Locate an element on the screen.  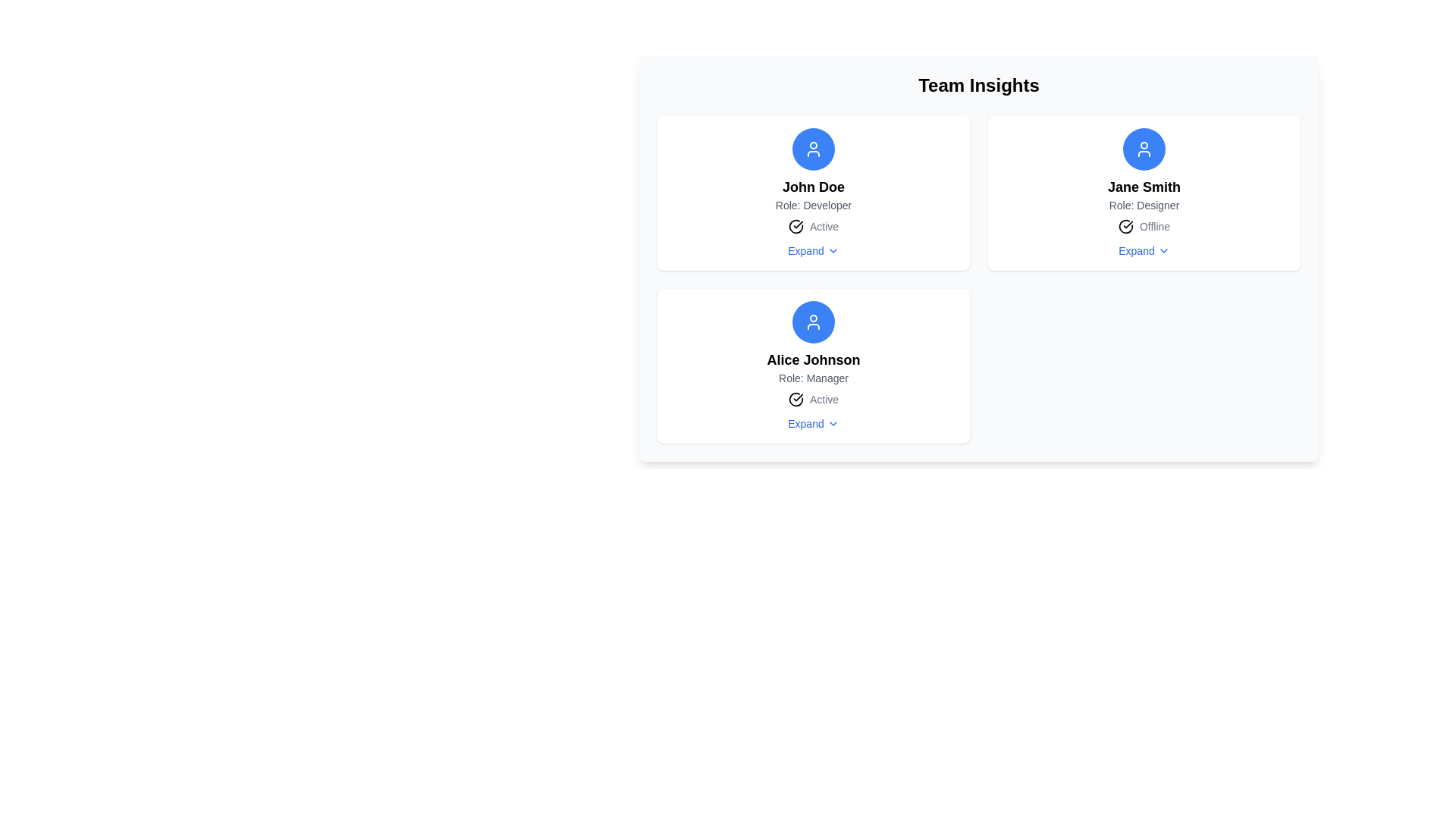
the text label representing a person's name in the top-left card of the team insights interface for additional details is located at coordinates (812, 186).